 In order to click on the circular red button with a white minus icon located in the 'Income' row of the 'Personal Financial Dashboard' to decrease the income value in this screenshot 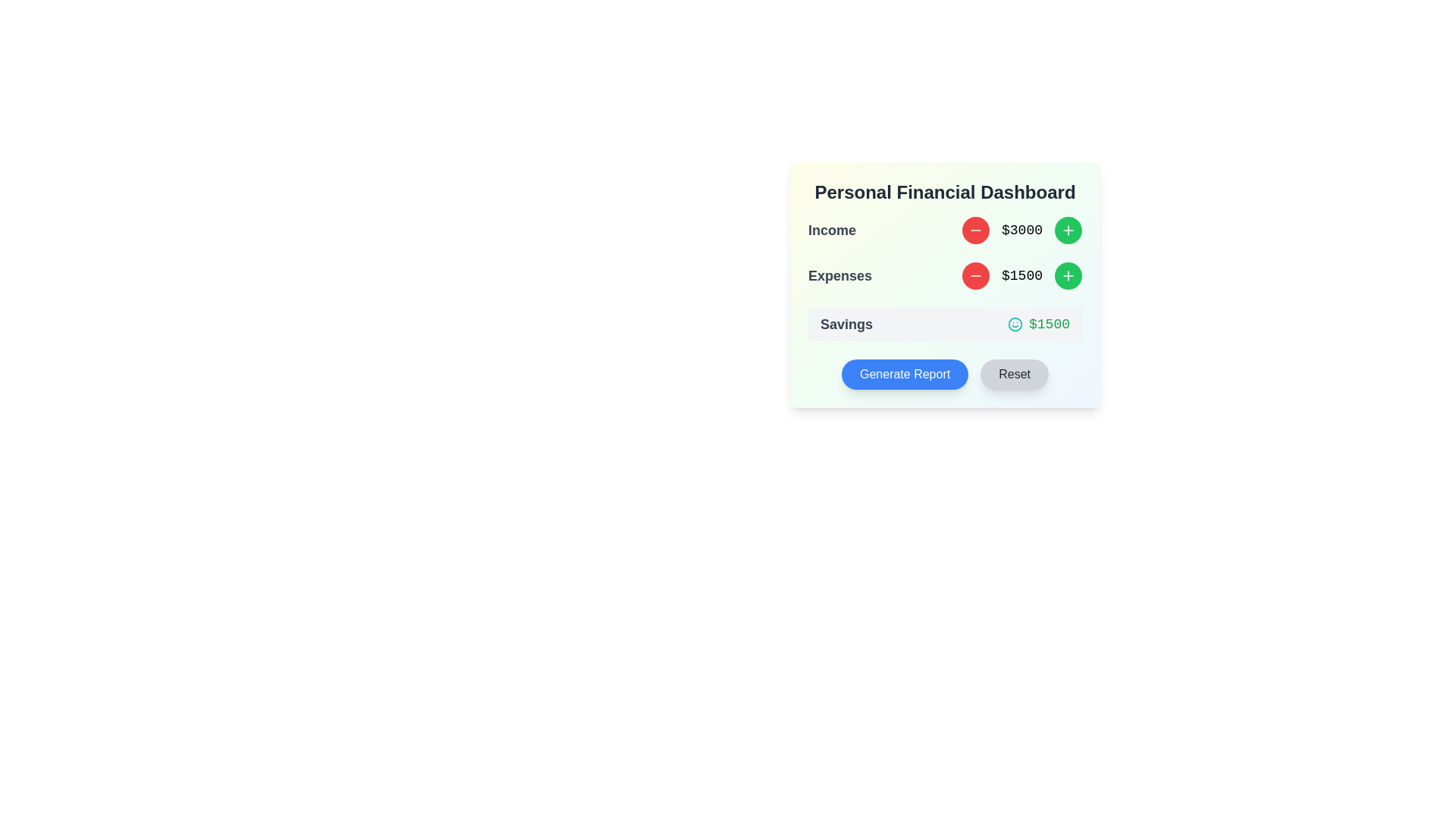, I will do `click(975, 231)`.